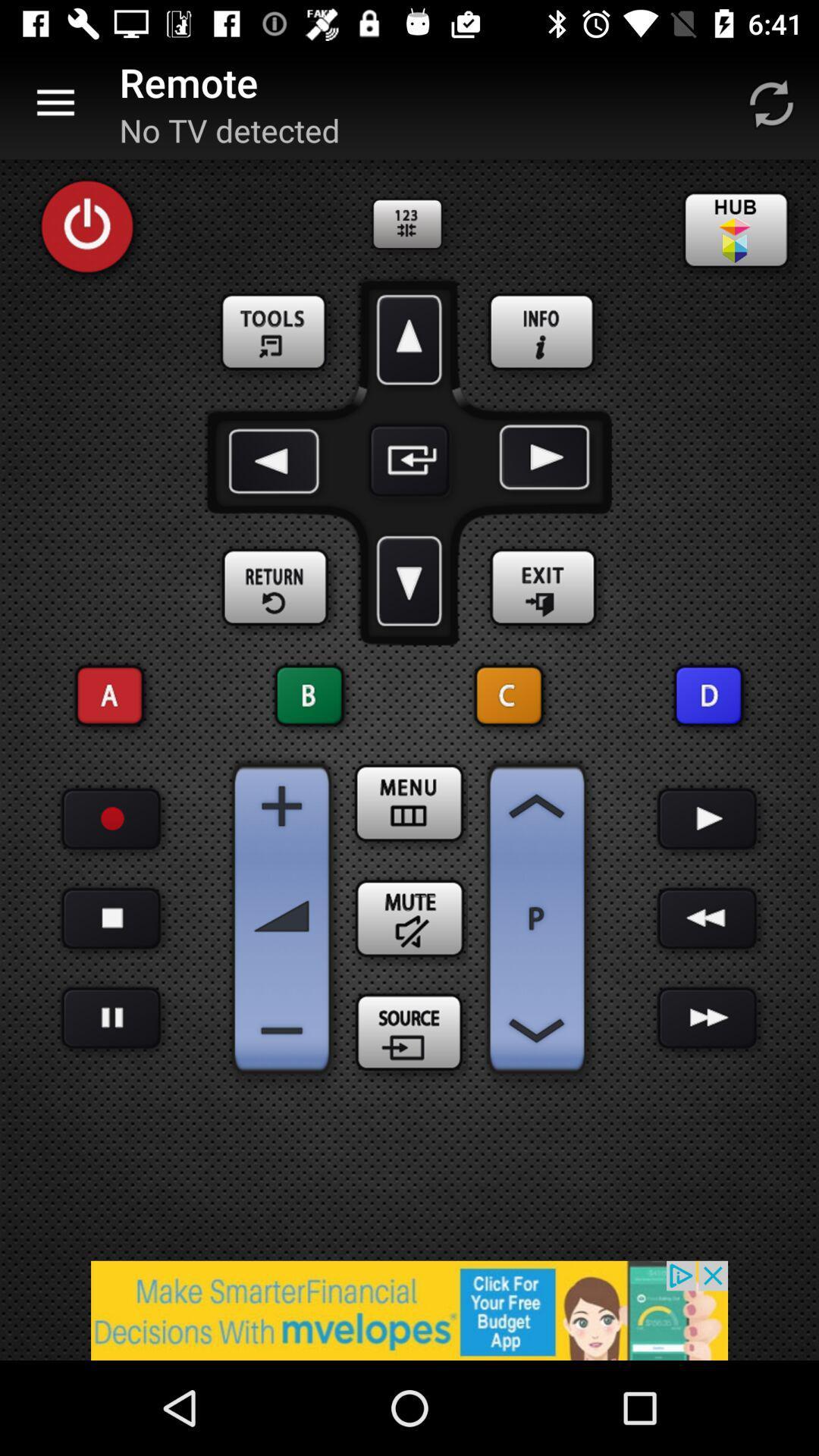 Image resolution: width=819 pixels, height=1456 pixels. I want to click on exit, so click(542, 587).